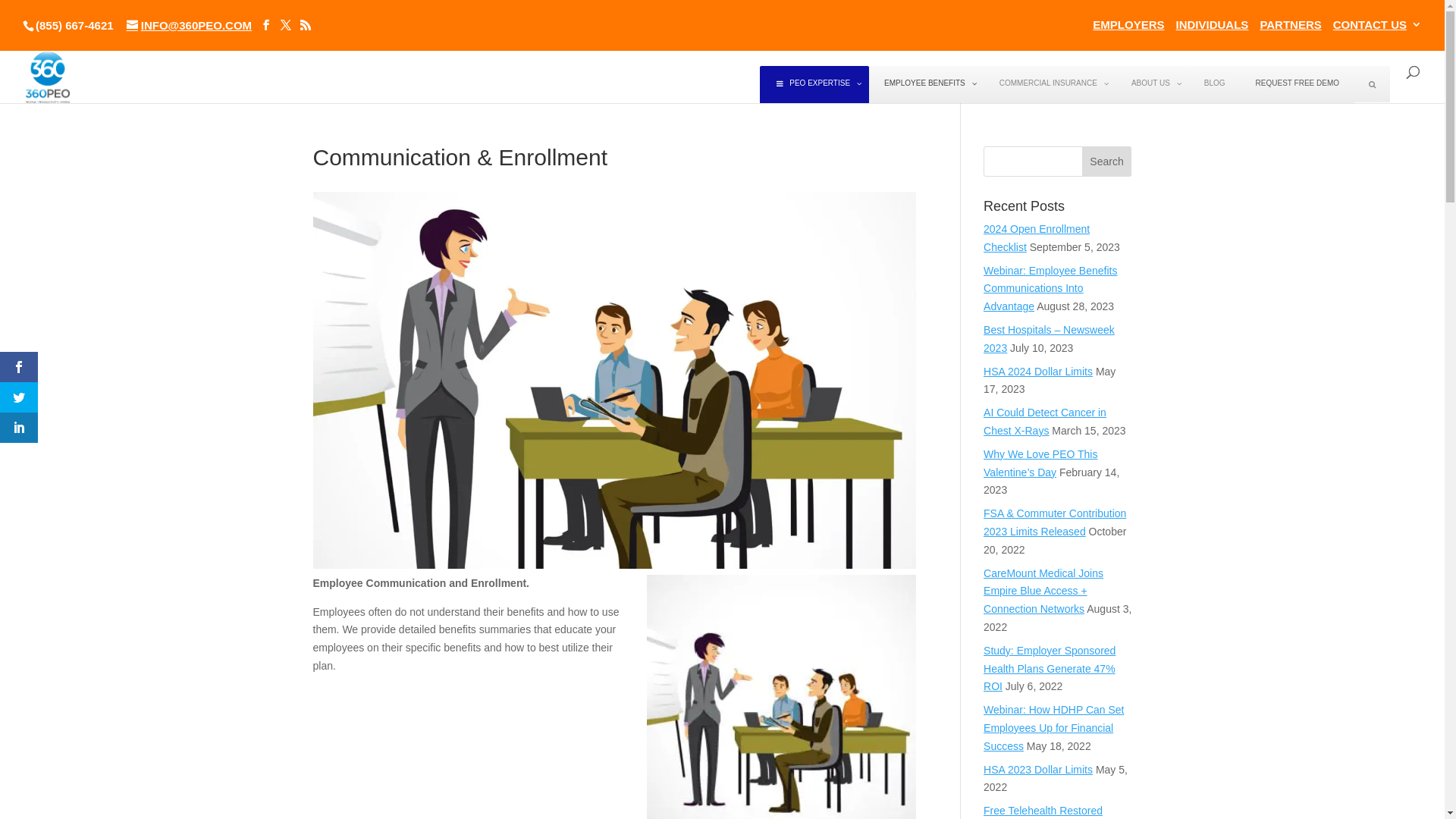  What do you see at coordinates (983, 769) in the screenshot?
I see `'HSA 2023 Dollar Limits'` at bounding box center [983, 769].